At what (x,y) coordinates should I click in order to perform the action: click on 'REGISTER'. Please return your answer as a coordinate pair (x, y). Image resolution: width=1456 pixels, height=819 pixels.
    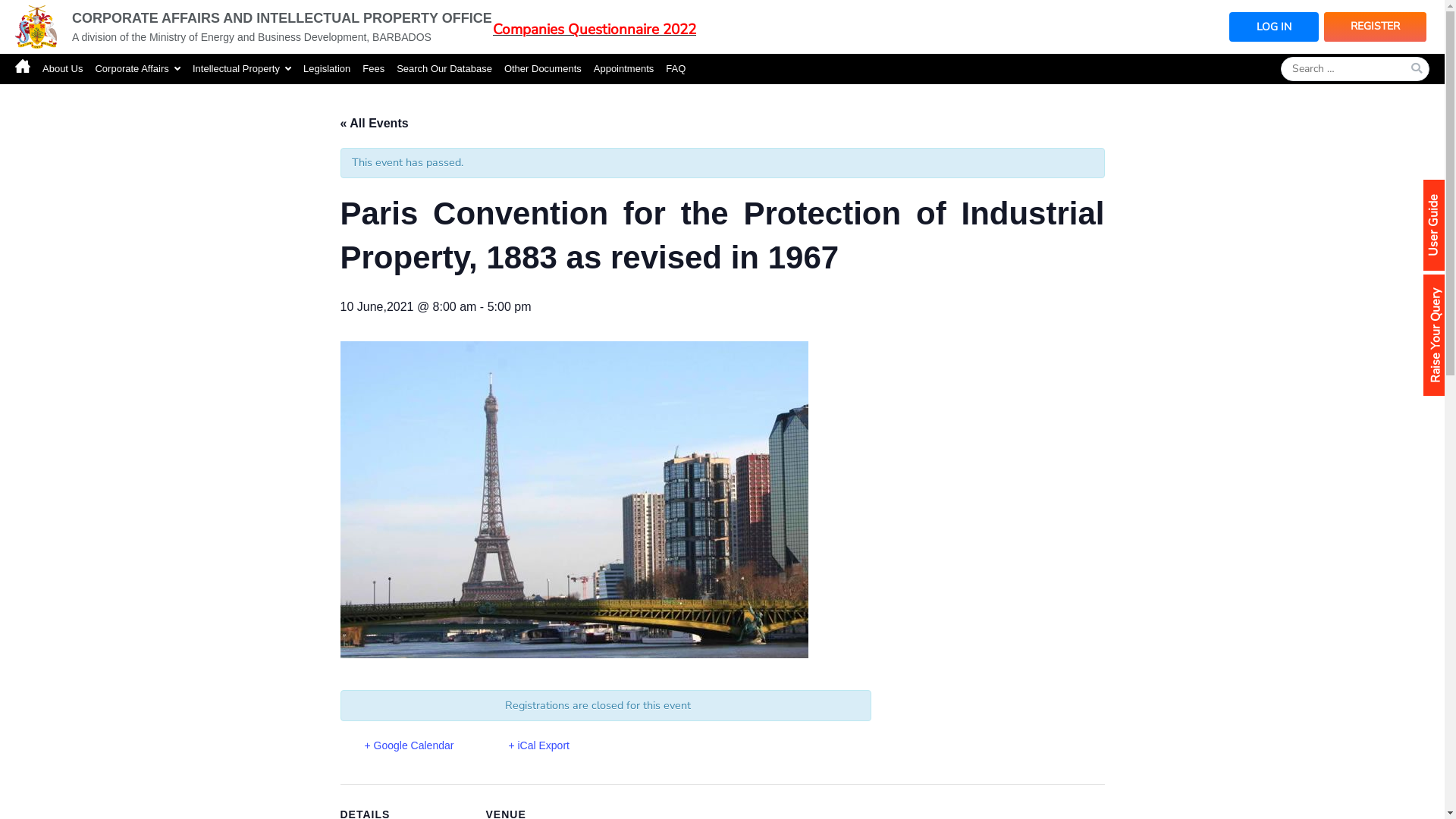
    Looking at the image, I should click on (1375, 27).